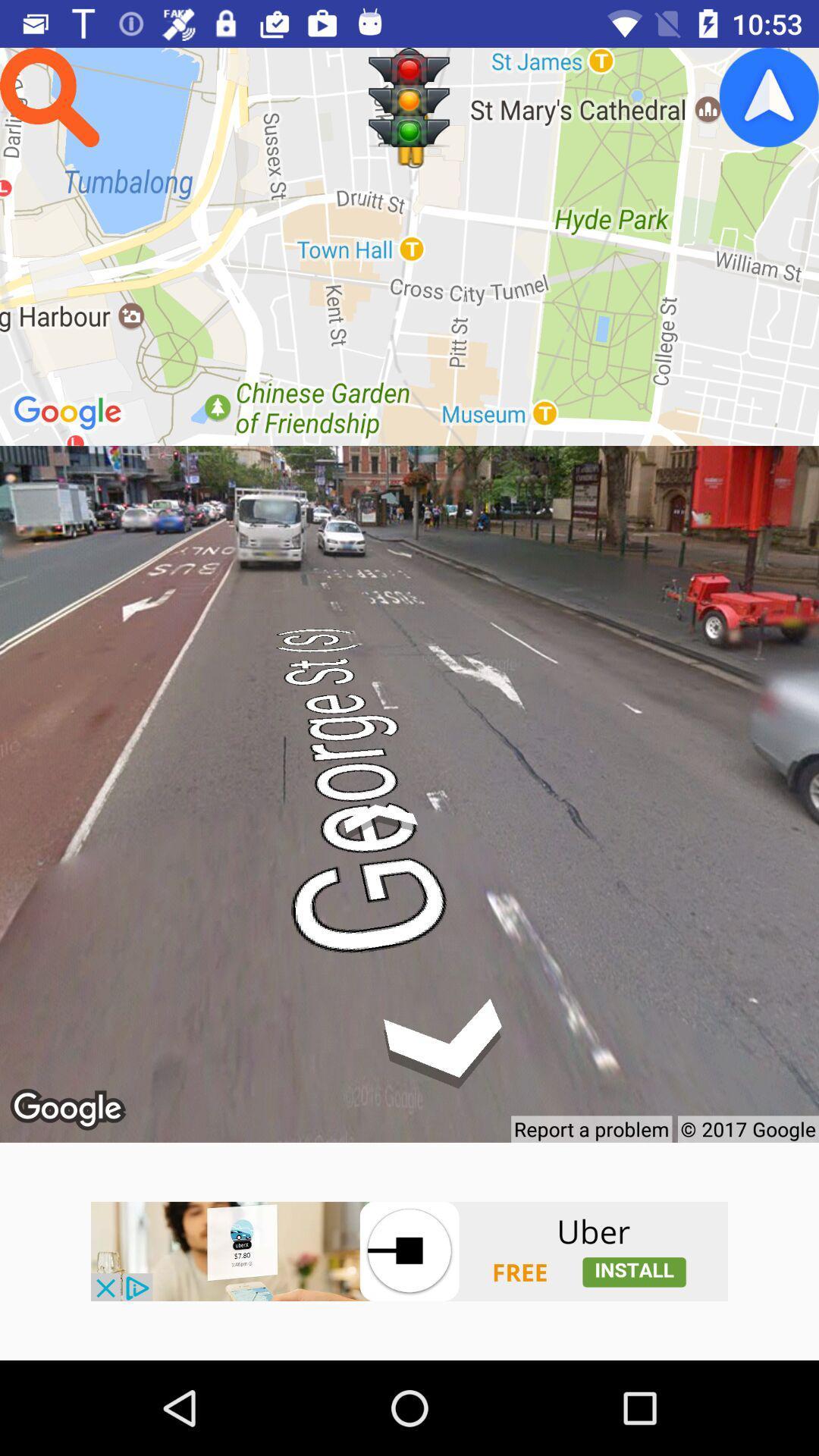  I want to click on google icon, so click(769, 96).